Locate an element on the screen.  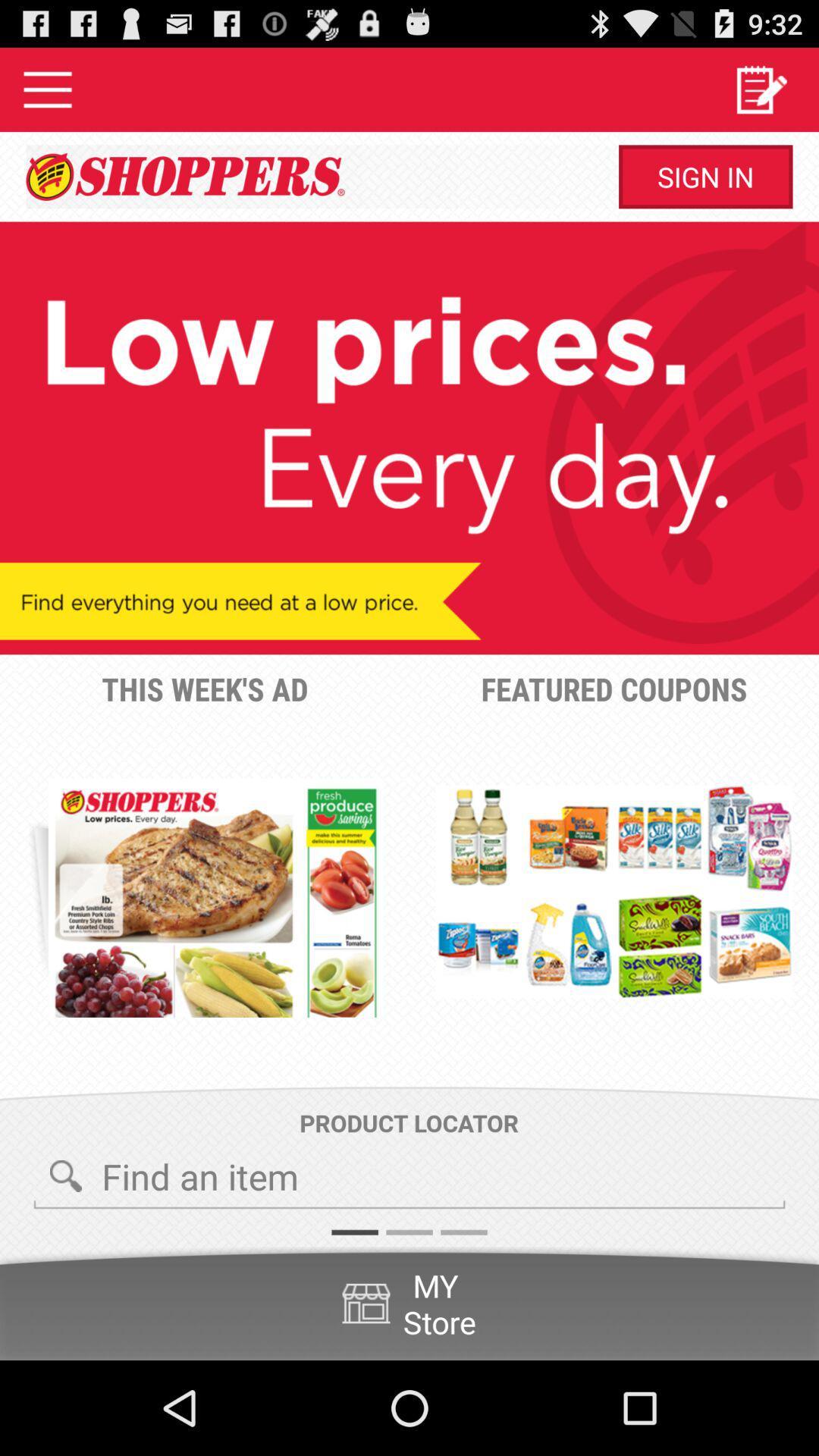
menu bar is located at coordinates (46, 89).